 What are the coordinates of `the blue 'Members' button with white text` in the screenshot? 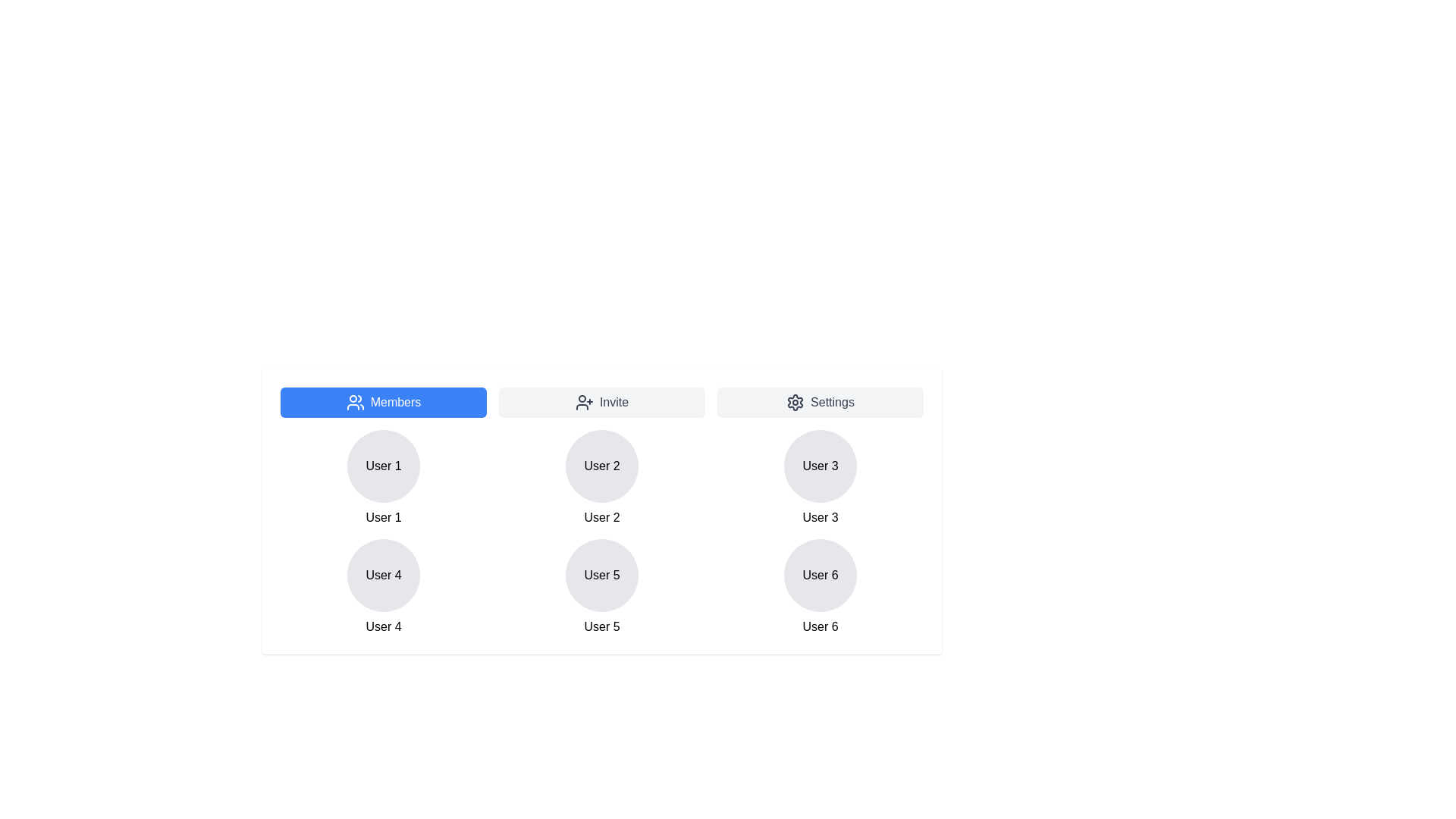 It's located at (383, 402).